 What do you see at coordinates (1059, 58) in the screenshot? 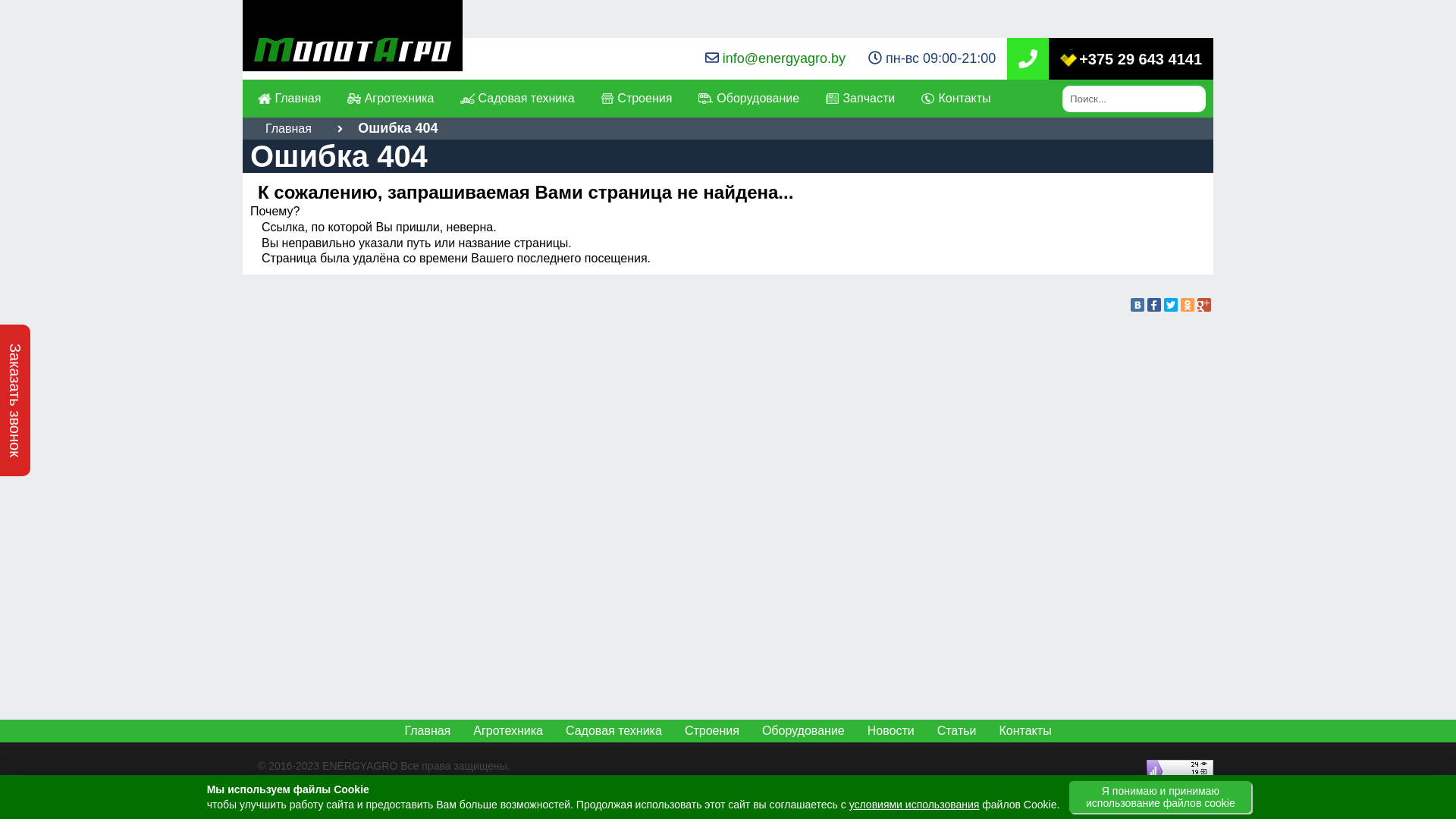
I see `'+375 29 643 4141'` at bounding box center [1059, 58].